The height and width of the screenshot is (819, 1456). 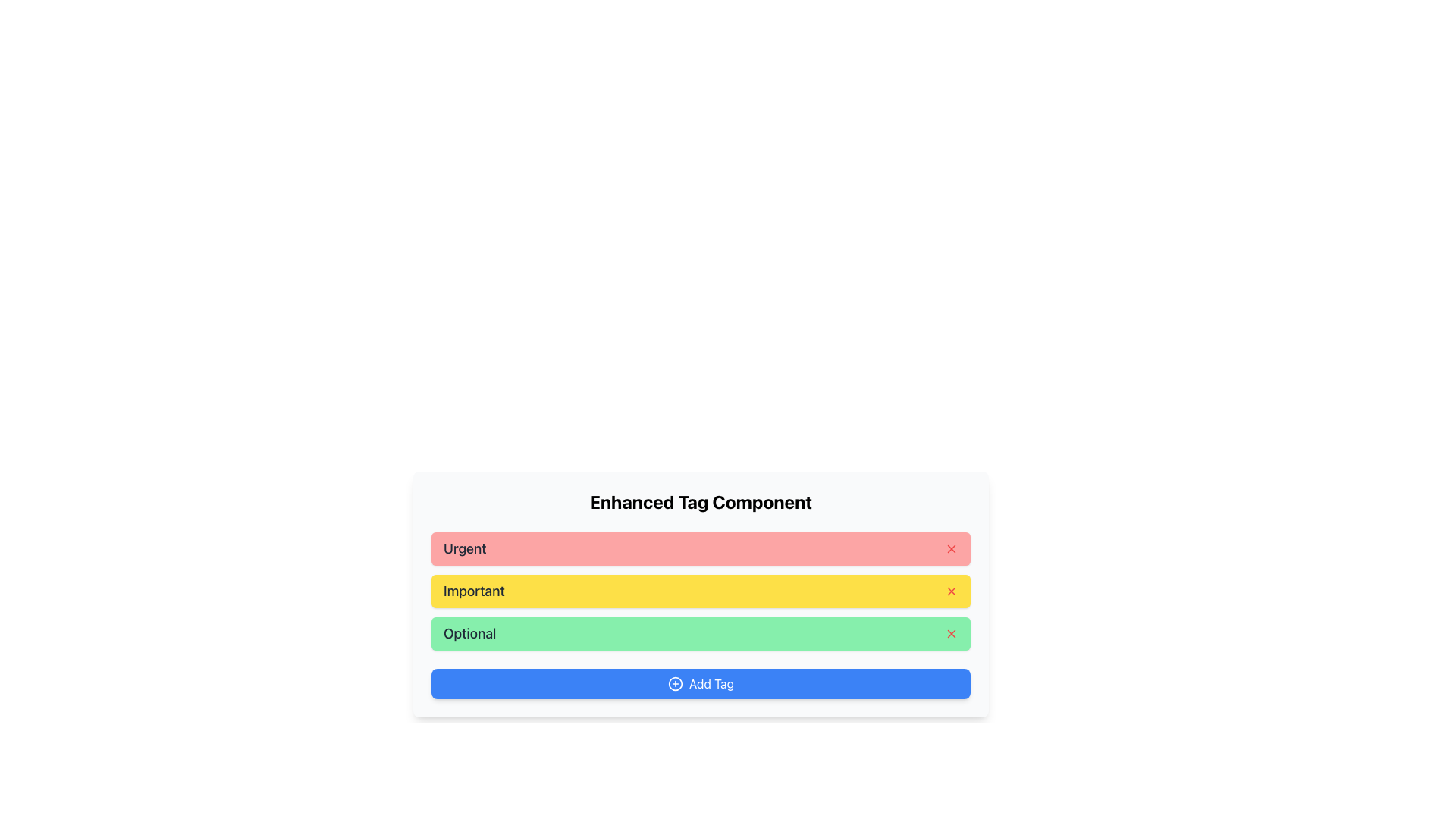 I want to click on the red 'x' icon button located at the far-right of the 'Important' row under the 'Enhanced Tag Component' section, so click(x=950, y=590).